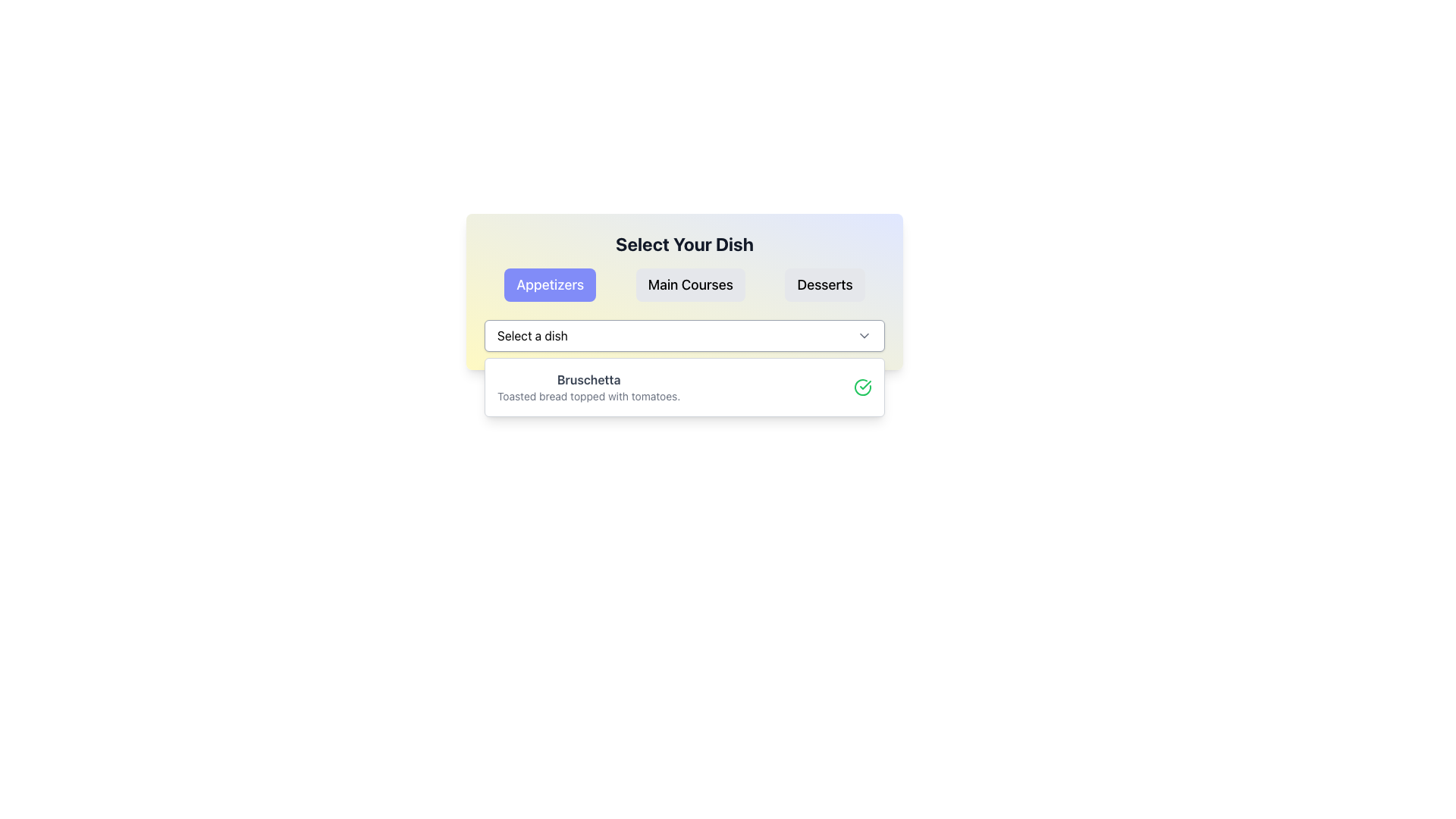 This screenshot has width=1456, height=819. Describe the element at coordinates (862, 386) in the screenshot. I see `the green checkmark icon at the far-right end of the 'Bruschetta' list row` at that location.